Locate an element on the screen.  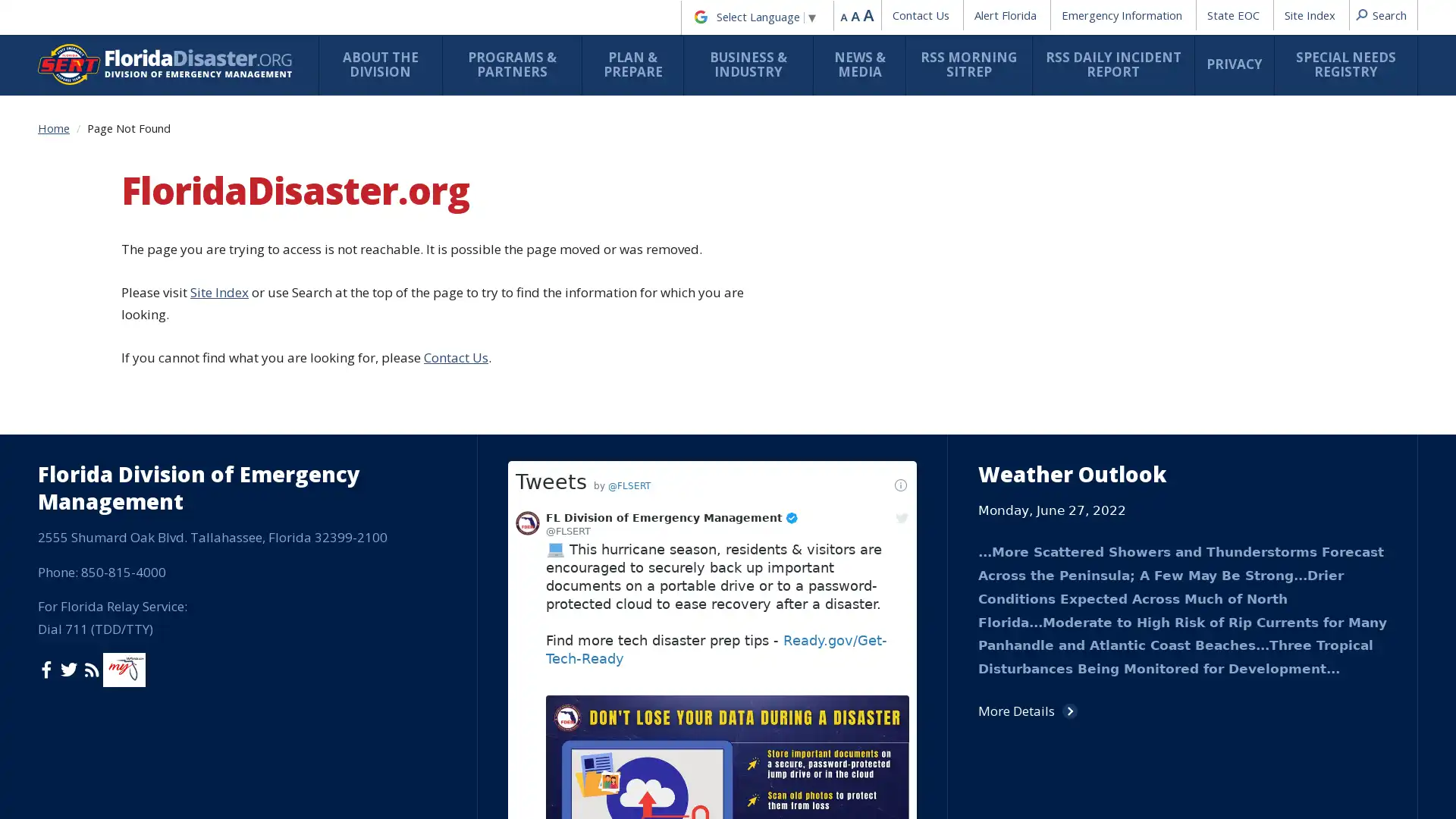
Toggle More is located at coordinates (455, 512).